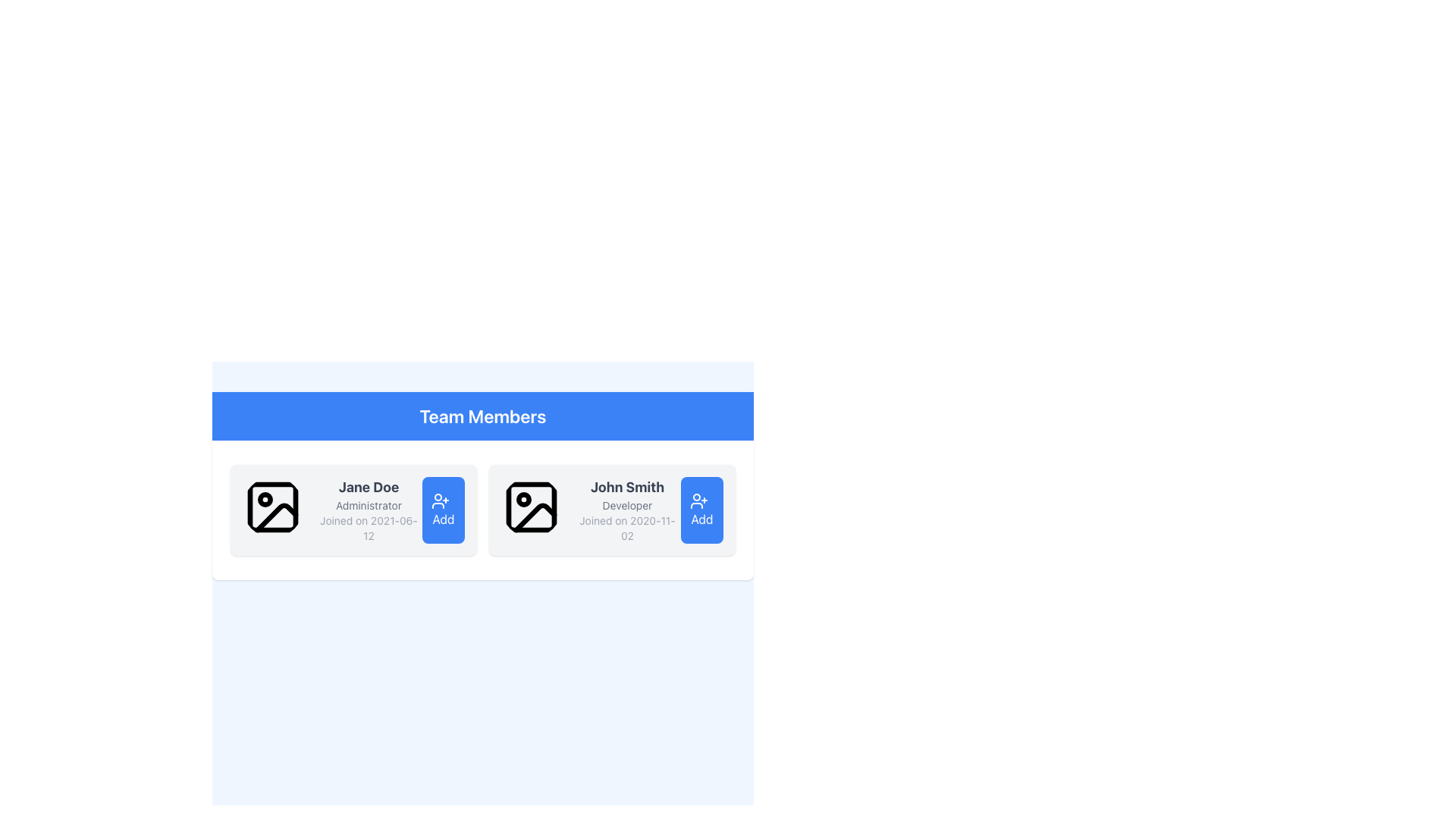 Image resolution: width=1456 pixels, height=819 pixels. I want to click on the image placeholder icon in the 'John Smith' profile card, so click(531, 507).